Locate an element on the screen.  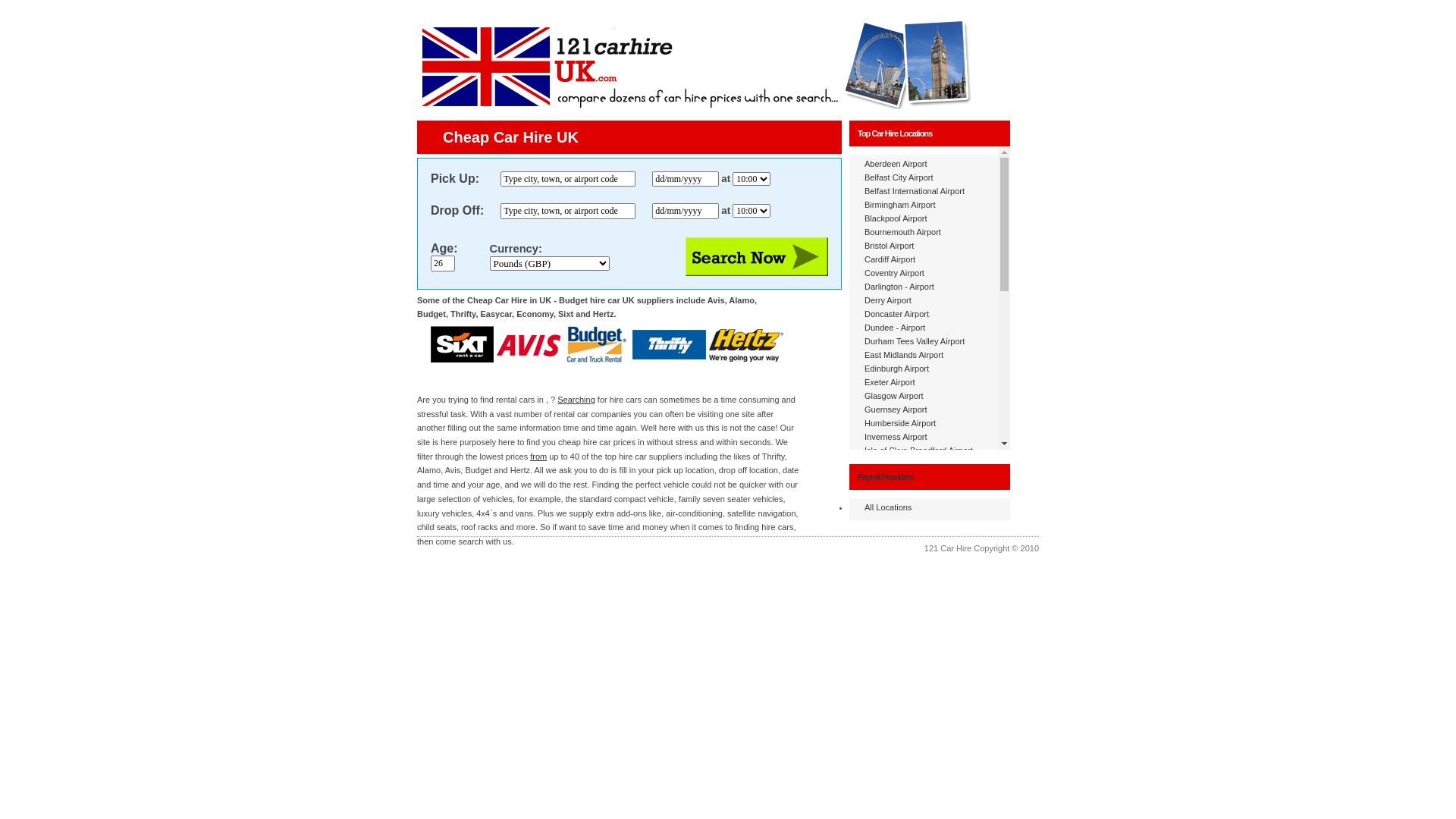
'Searching' is located at coordinates (575, 399).